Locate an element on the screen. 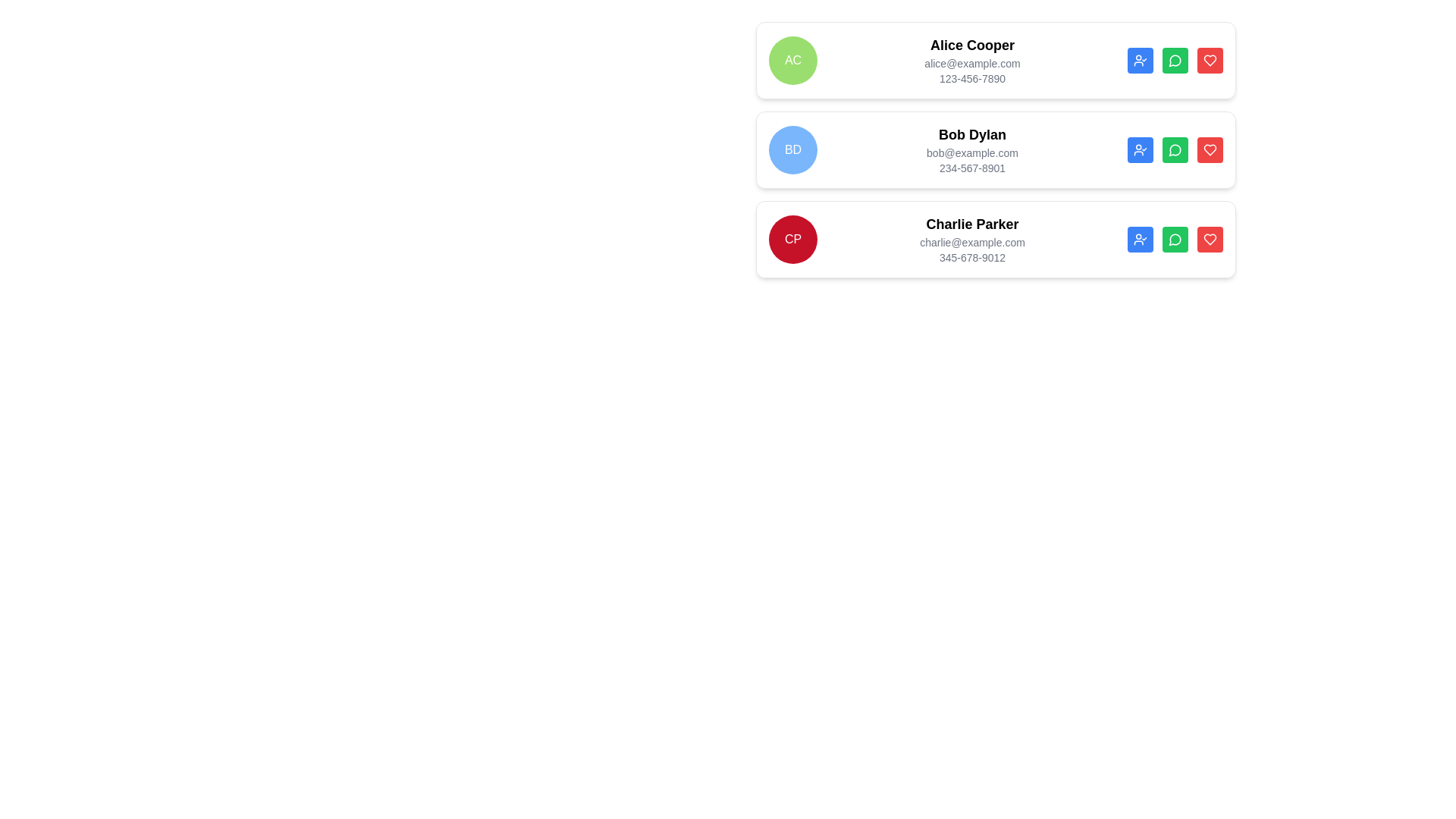 This screenshot has width=1456, height=819. the circular green icon with a white outline representing chat functionality, located in the second user entry row for 'Bob Dylan' to initiate a chat action is located at coordinates (1175, 149).